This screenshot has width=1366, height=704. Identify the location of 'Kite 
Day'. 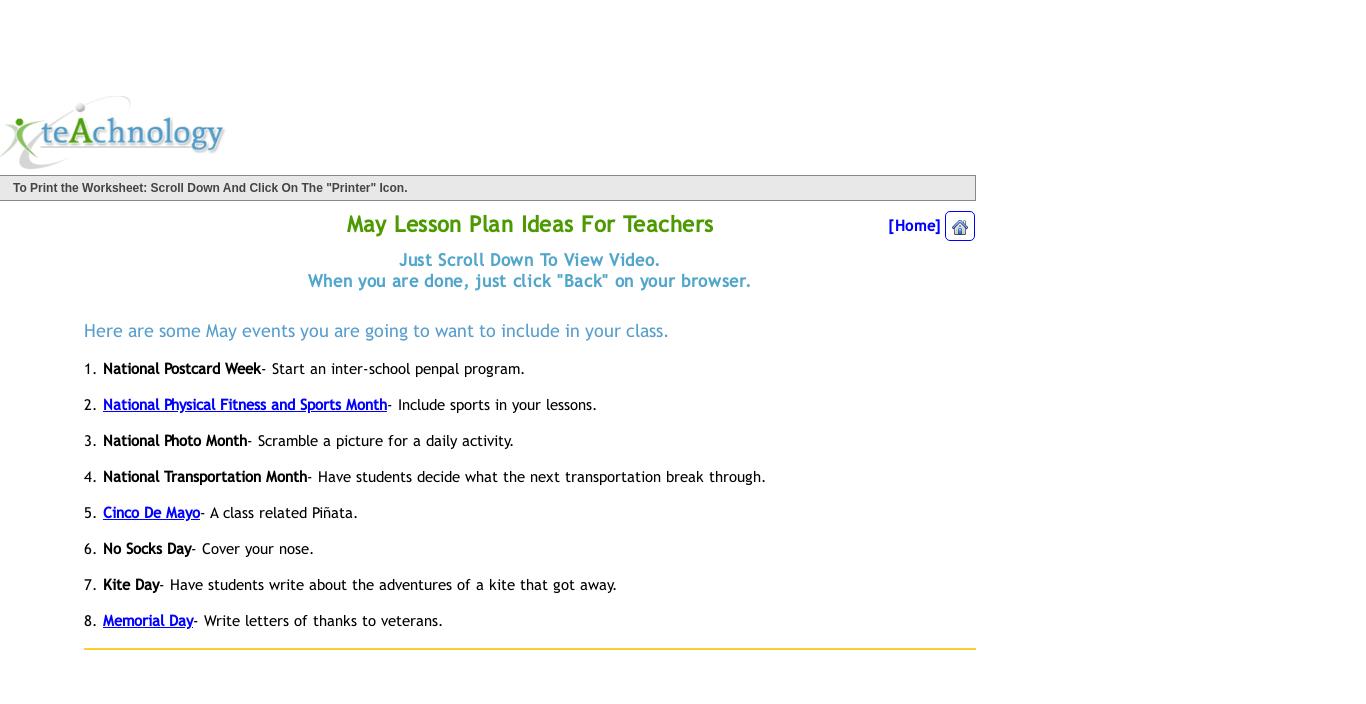
(129, 582).